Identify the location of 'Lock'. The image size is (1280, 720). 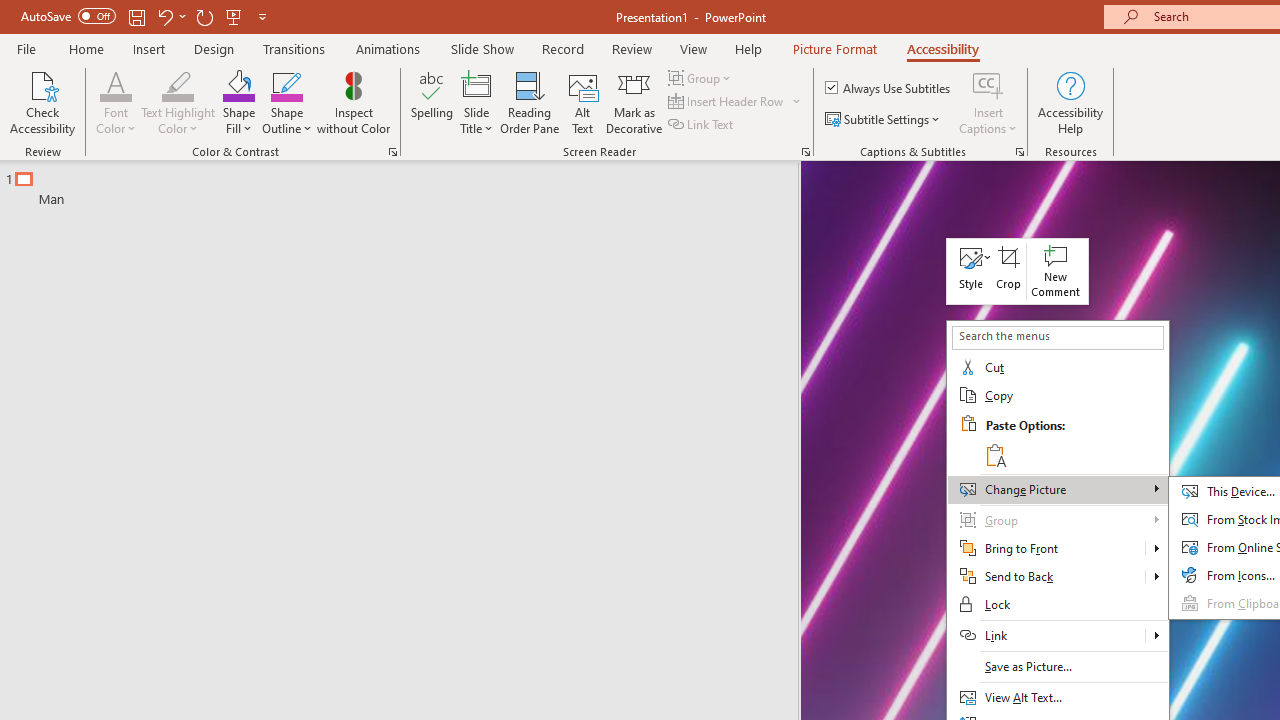
(1056, 604).